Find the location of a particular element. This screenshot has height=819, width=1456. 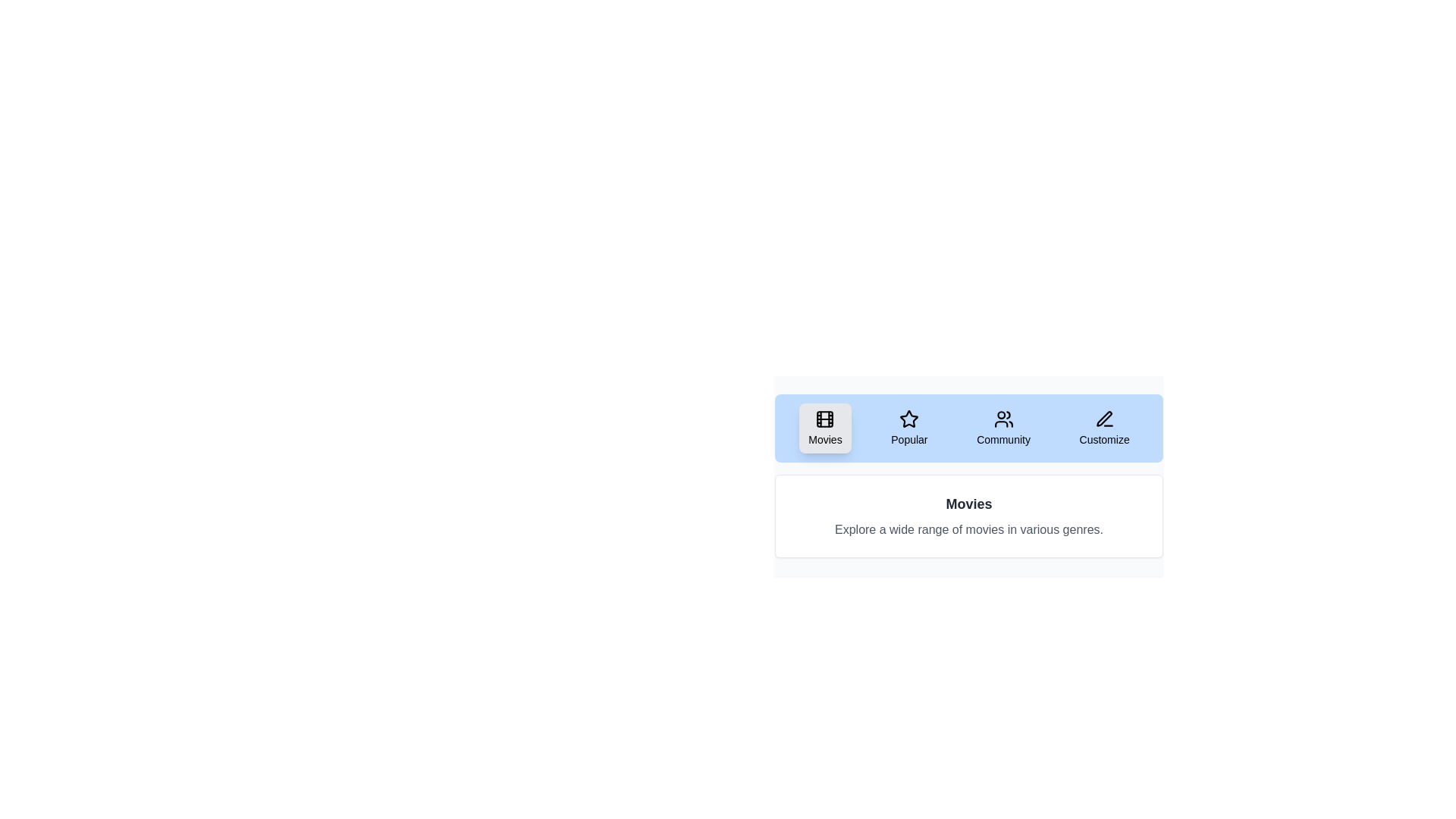

the Community tab to observe its hover effect is located at coordinates (1003, 428).